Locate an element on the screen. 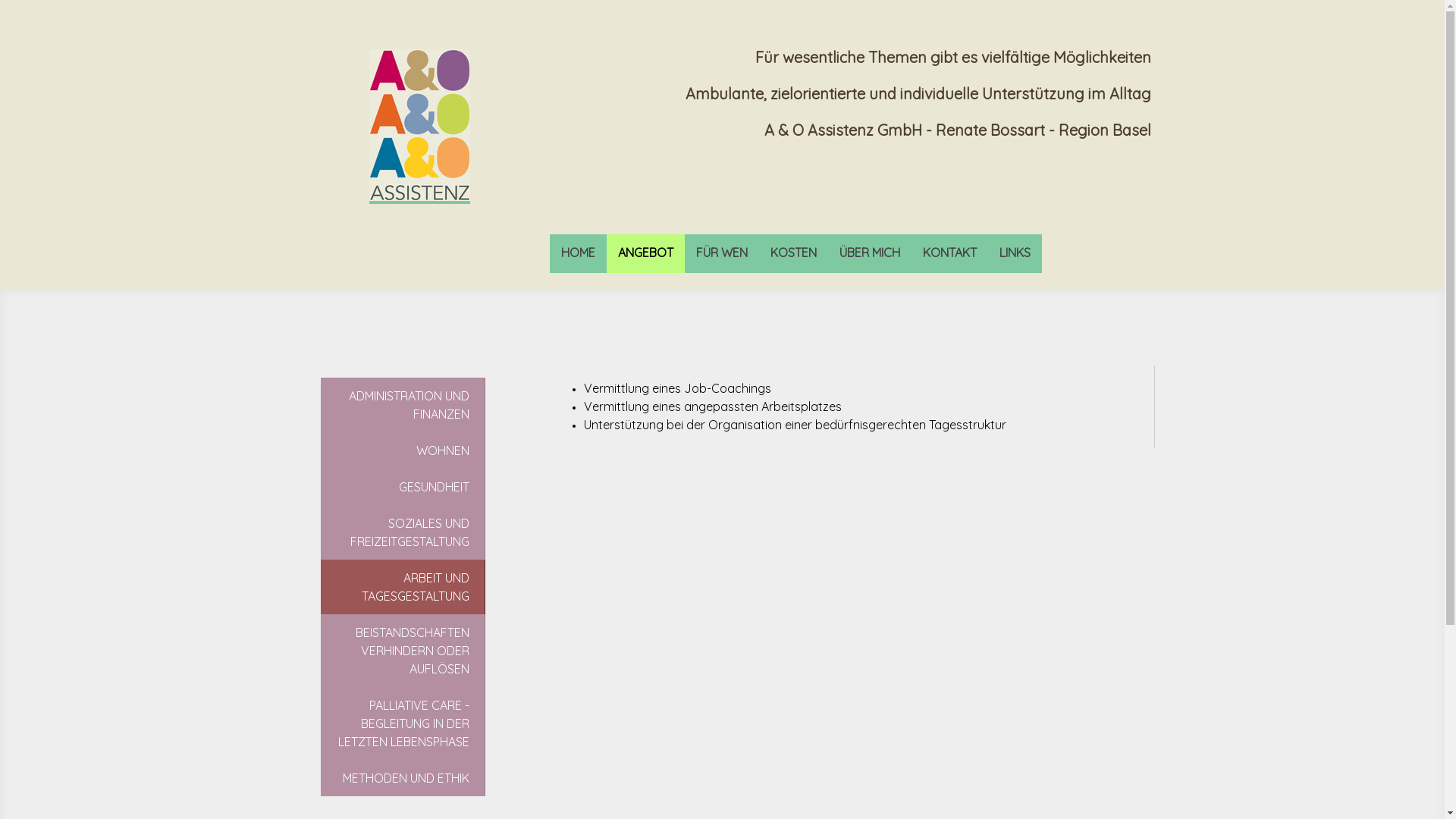 The image size is (1456, 819). 'ADMINISTRATION UND FINANZEN' is located at coordinates (403, 403).